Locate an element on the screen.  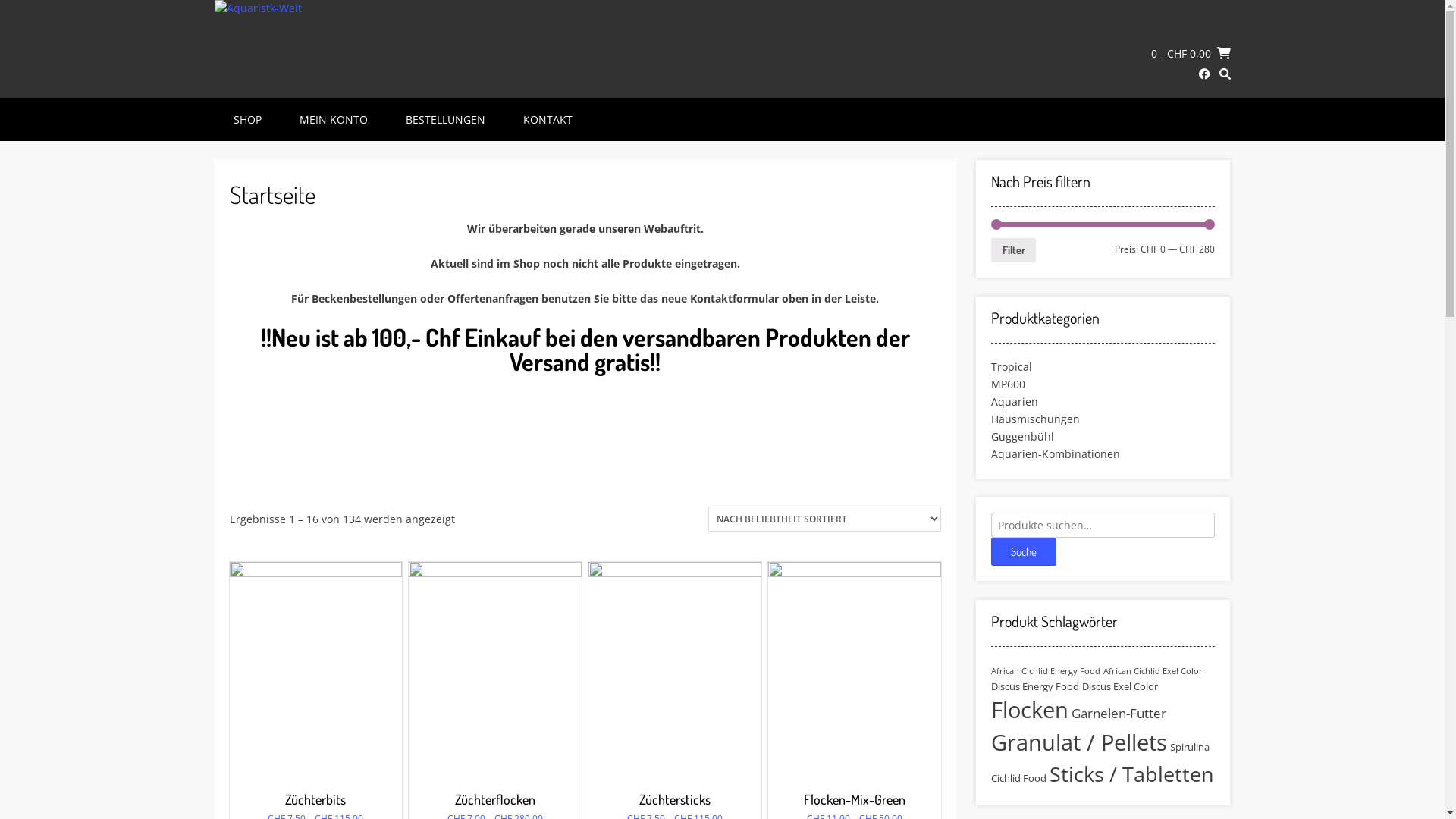
'Discus Energy Food' is located at coordinates (1034, 686).